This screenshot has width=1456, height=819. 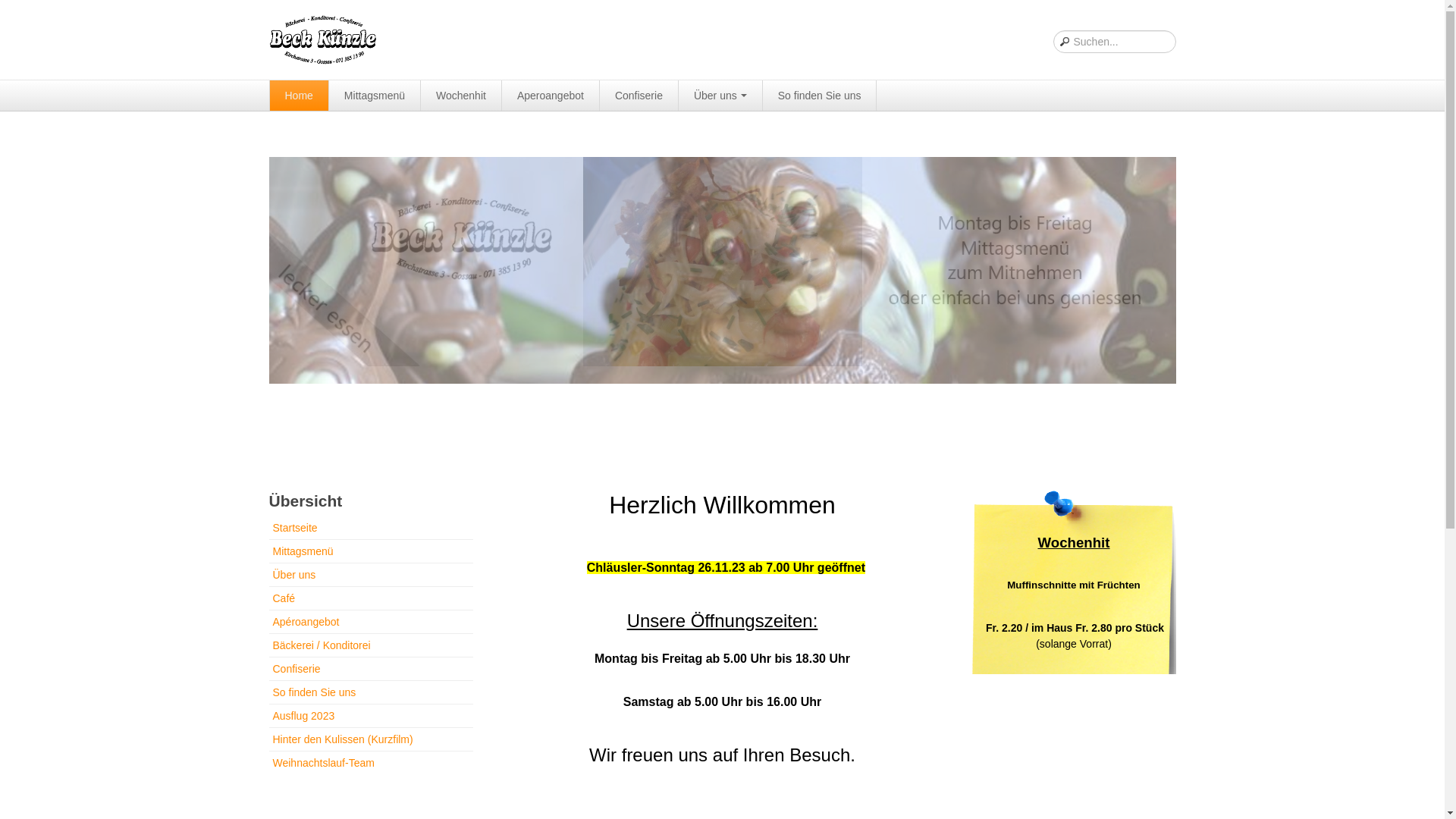 I want to click on 'Confiserie', so click(x=599, y=96).